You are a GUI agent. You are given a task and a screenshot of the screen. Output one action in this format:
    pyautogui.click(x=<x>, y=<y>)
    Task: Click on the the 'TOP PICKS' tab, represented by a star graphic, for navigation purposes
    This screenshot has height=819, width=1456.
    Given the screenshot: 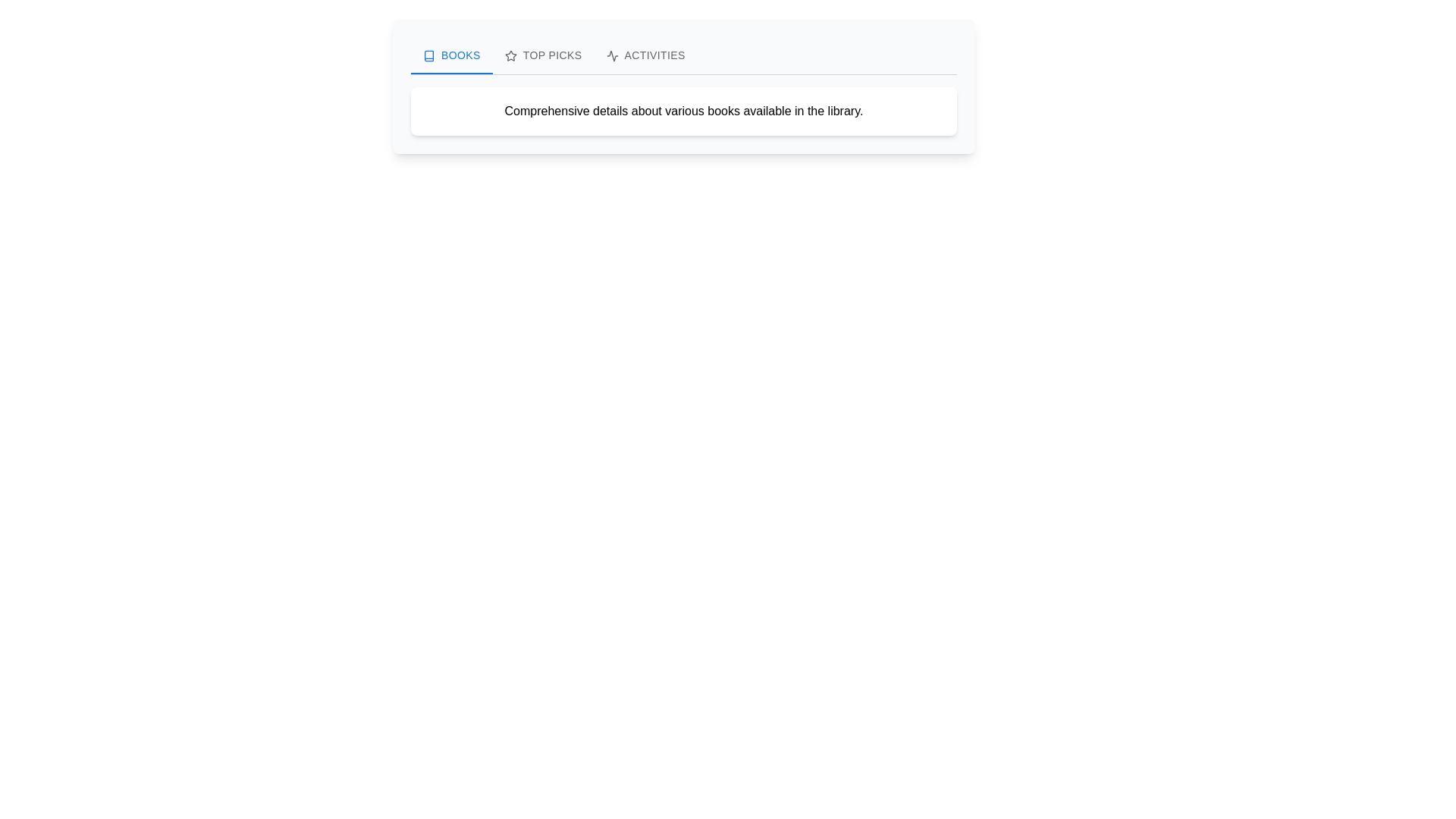 What is the action you would take?
    pyautogui.click(x=510, y=55)
    